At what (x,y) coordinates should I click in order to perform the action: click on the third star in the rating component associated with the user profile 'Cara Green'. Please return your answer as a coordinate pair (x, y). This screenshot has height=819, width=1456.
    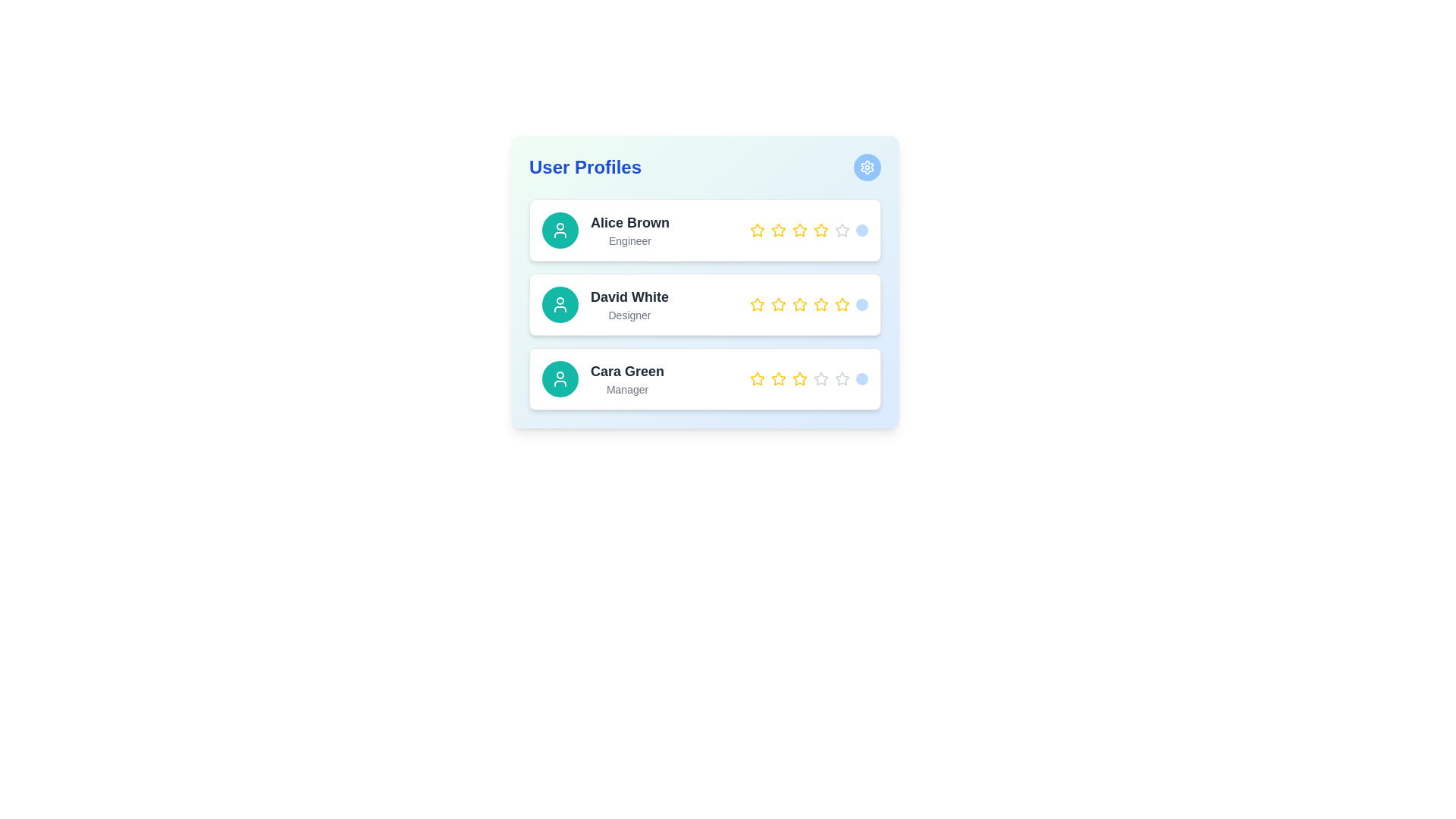
    Looking at the image, I should click on (821, 378).